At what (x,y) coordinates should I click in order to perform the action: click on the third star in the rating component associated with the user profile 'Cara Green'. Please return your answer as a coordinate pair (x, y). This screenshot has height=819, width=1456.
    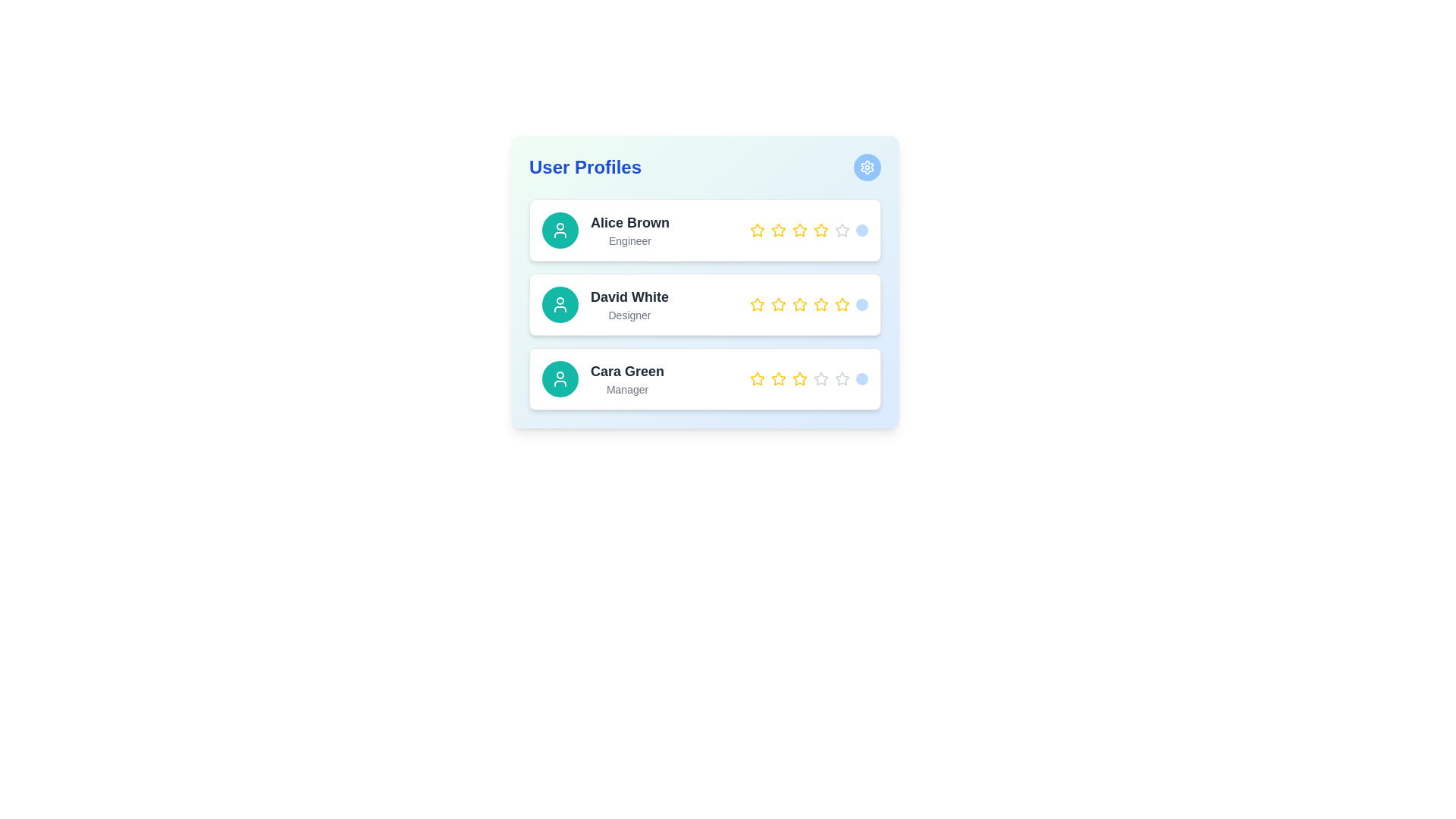
    Looking at the image, I should click on (821, 378).